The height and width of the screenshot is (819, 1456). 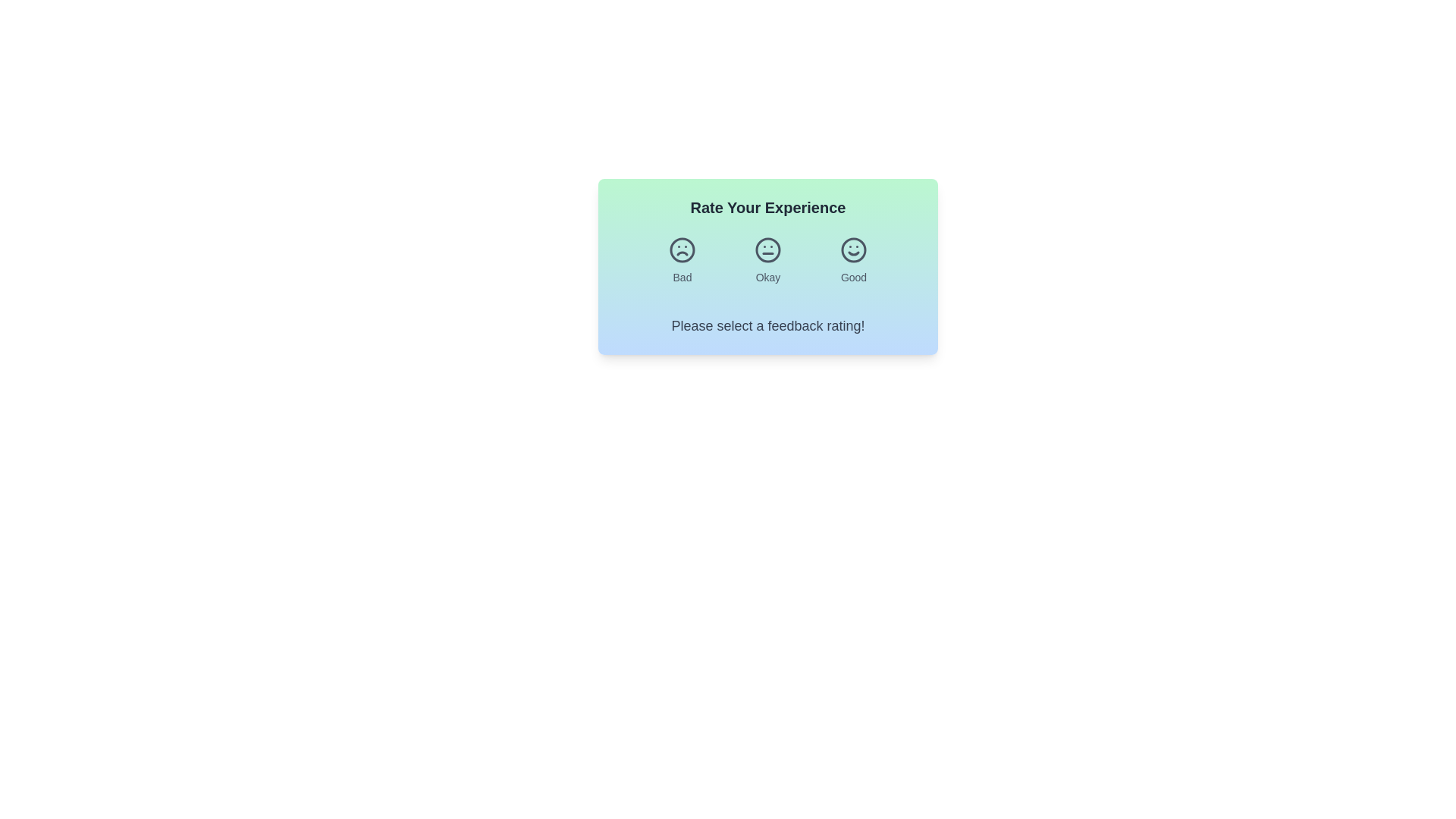 What do you see at coordinates (854, 259) in the screenshot?
I see `the feedback button labeled Good` at bounding box center [854, 259].